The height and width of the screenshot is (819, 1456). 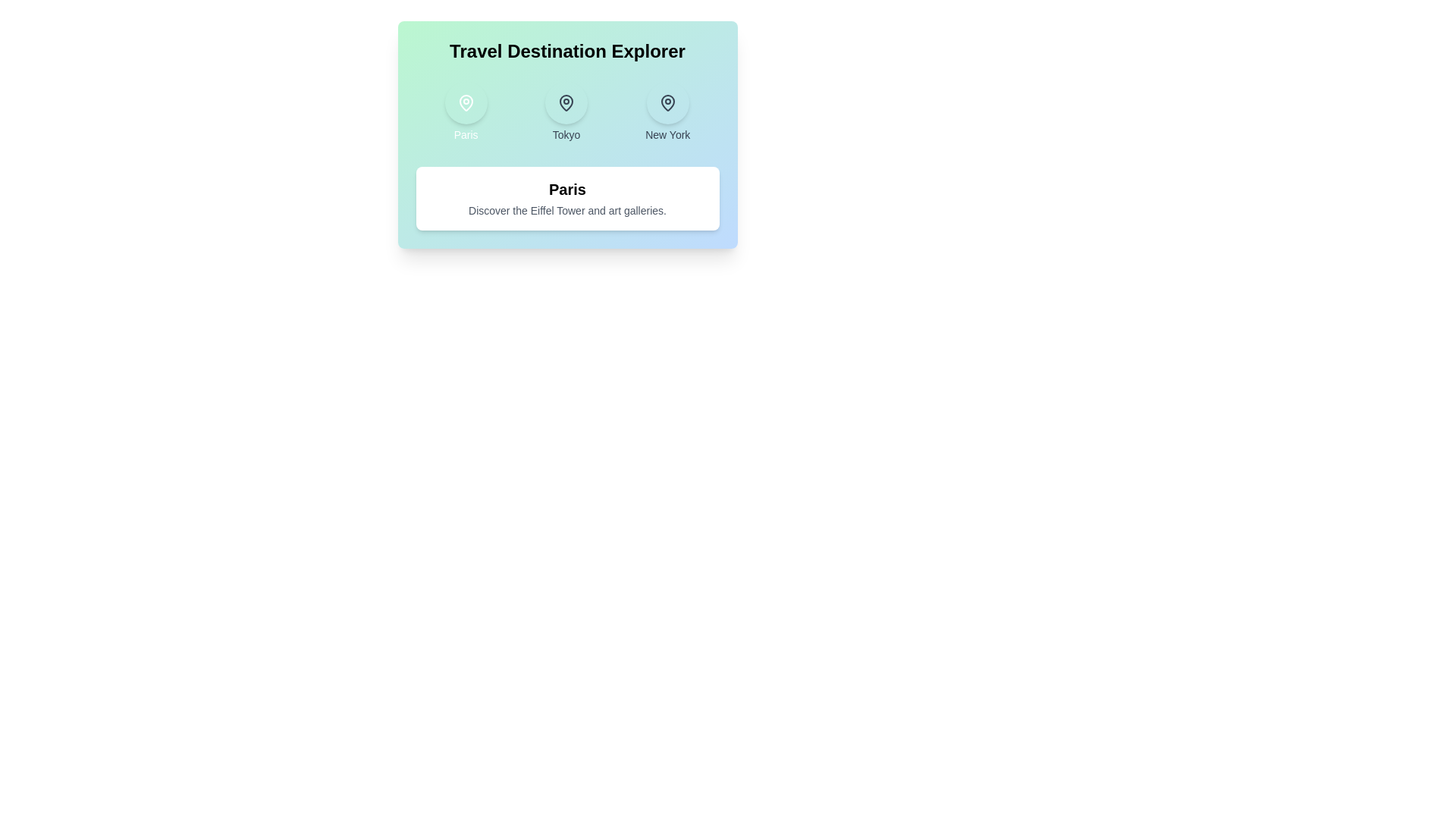 I want to click on the interactive icon representing the travel destination 'Paris', located under the 'Travel Destination Explorer' section, to the left of 'Tokyo' and 'New York', so click(x=465, y=102).